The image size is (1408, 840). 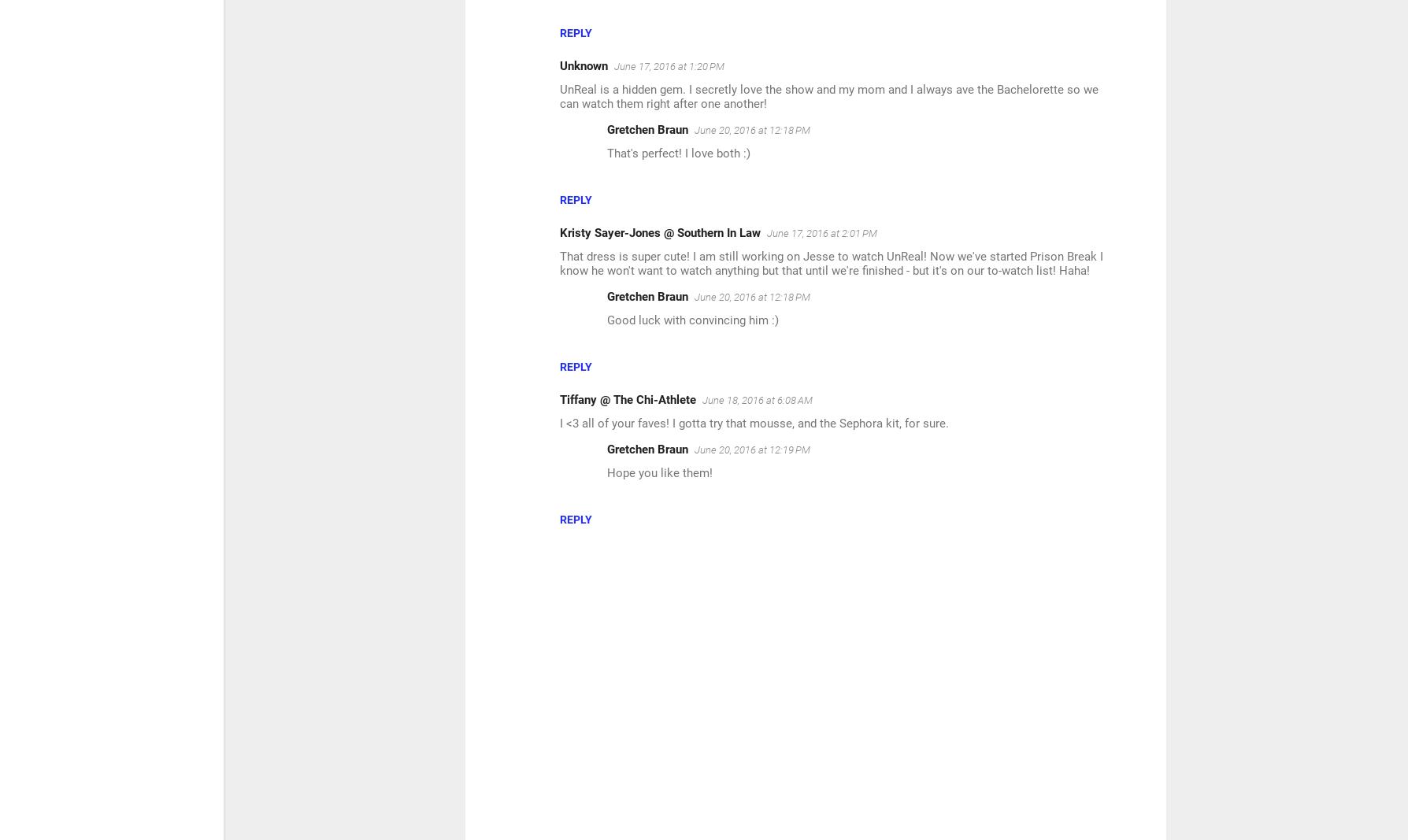 What do you see at coordinates (752, 450) in the screenshot?
I see `'June 20, 2016 at 12:19 PM'` at bounding box center [752, 450].